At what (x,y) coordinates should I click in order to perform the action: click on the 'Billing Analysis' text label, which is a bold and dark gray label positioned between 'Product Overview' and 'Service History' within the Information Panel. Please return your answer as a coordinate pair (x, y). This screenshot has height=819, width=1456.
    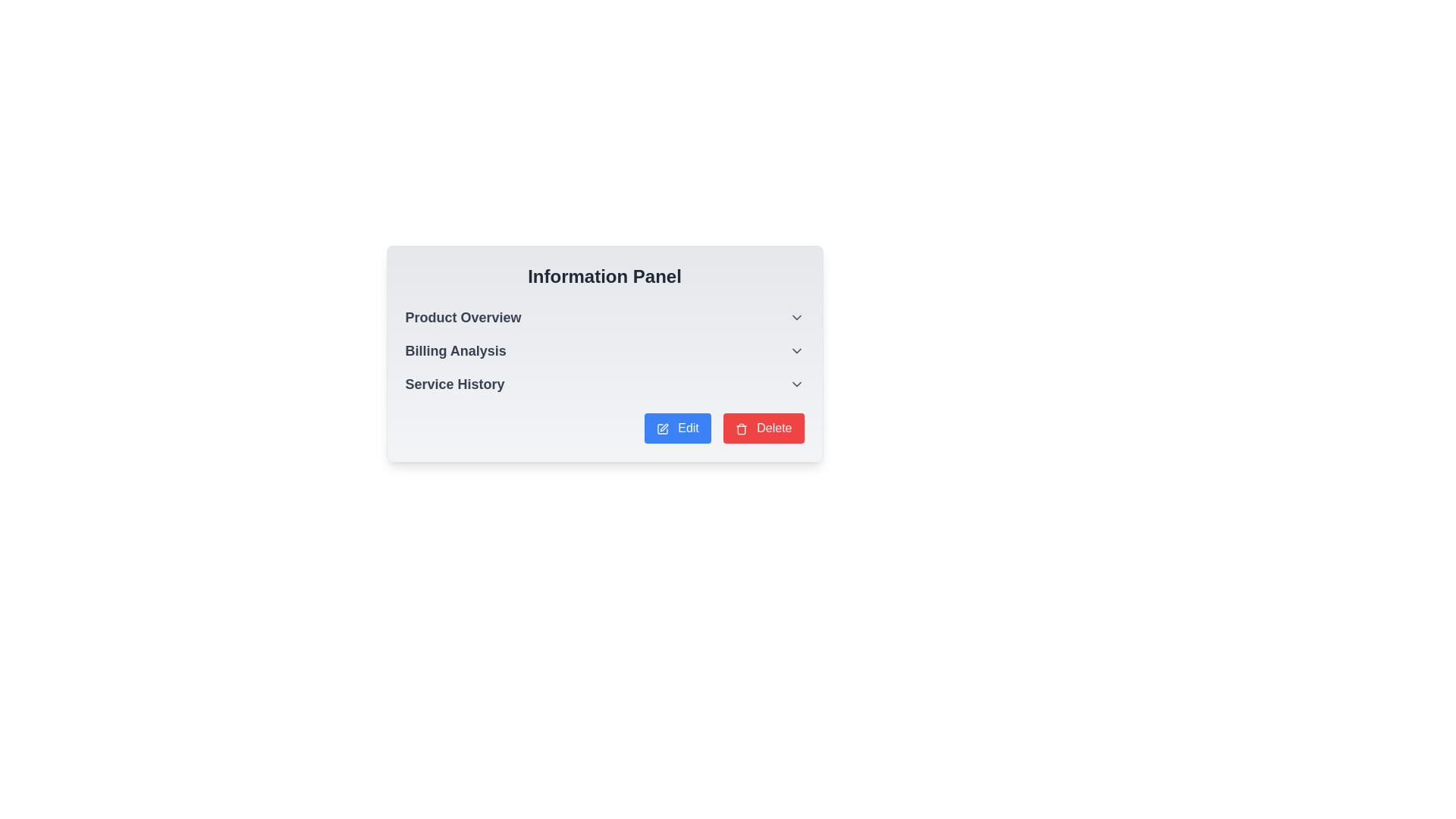
    Looking at the image, I should click on (455, 350).